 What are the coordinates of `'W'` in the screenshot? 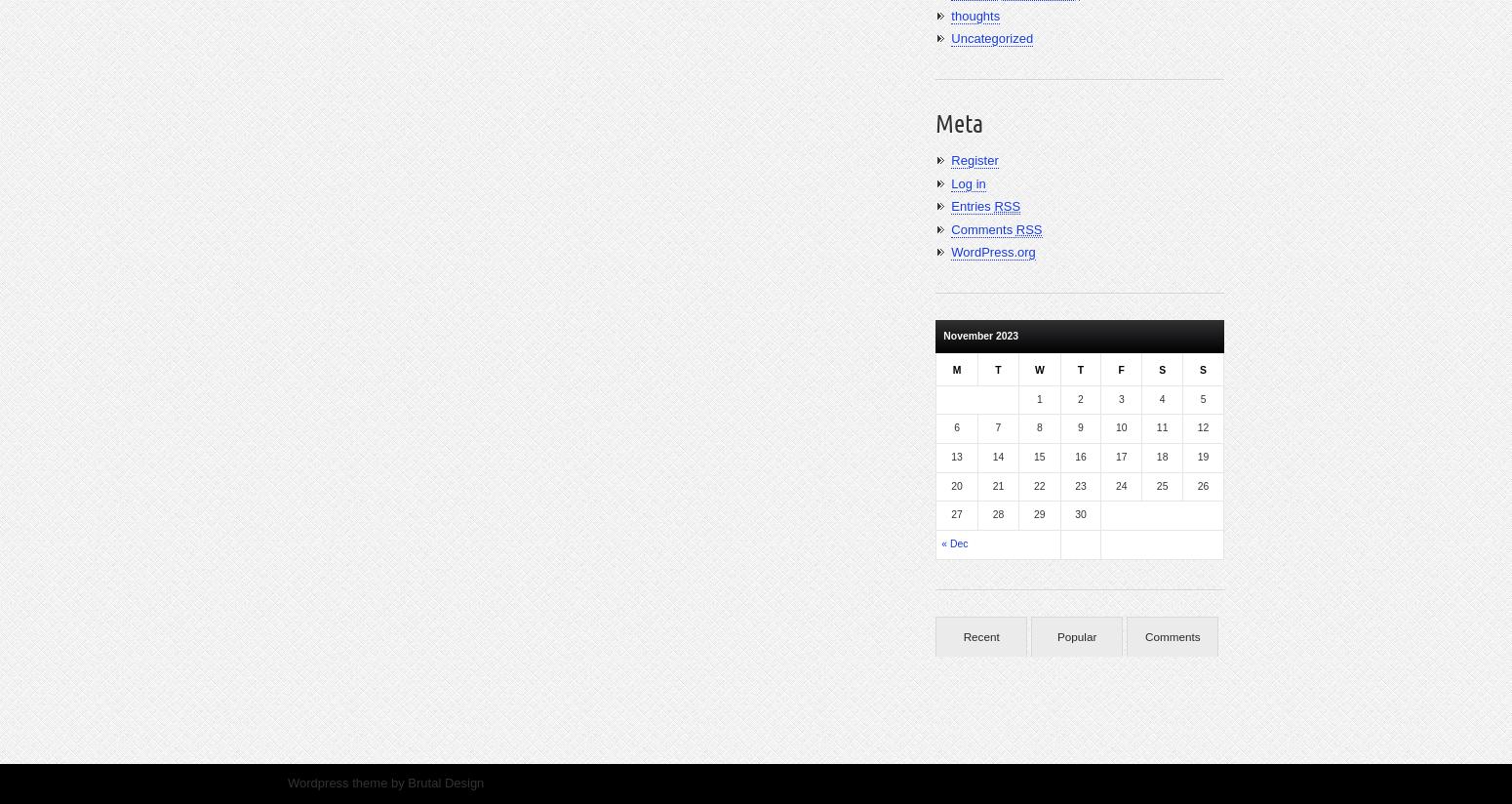 It's located at (1039, 368).